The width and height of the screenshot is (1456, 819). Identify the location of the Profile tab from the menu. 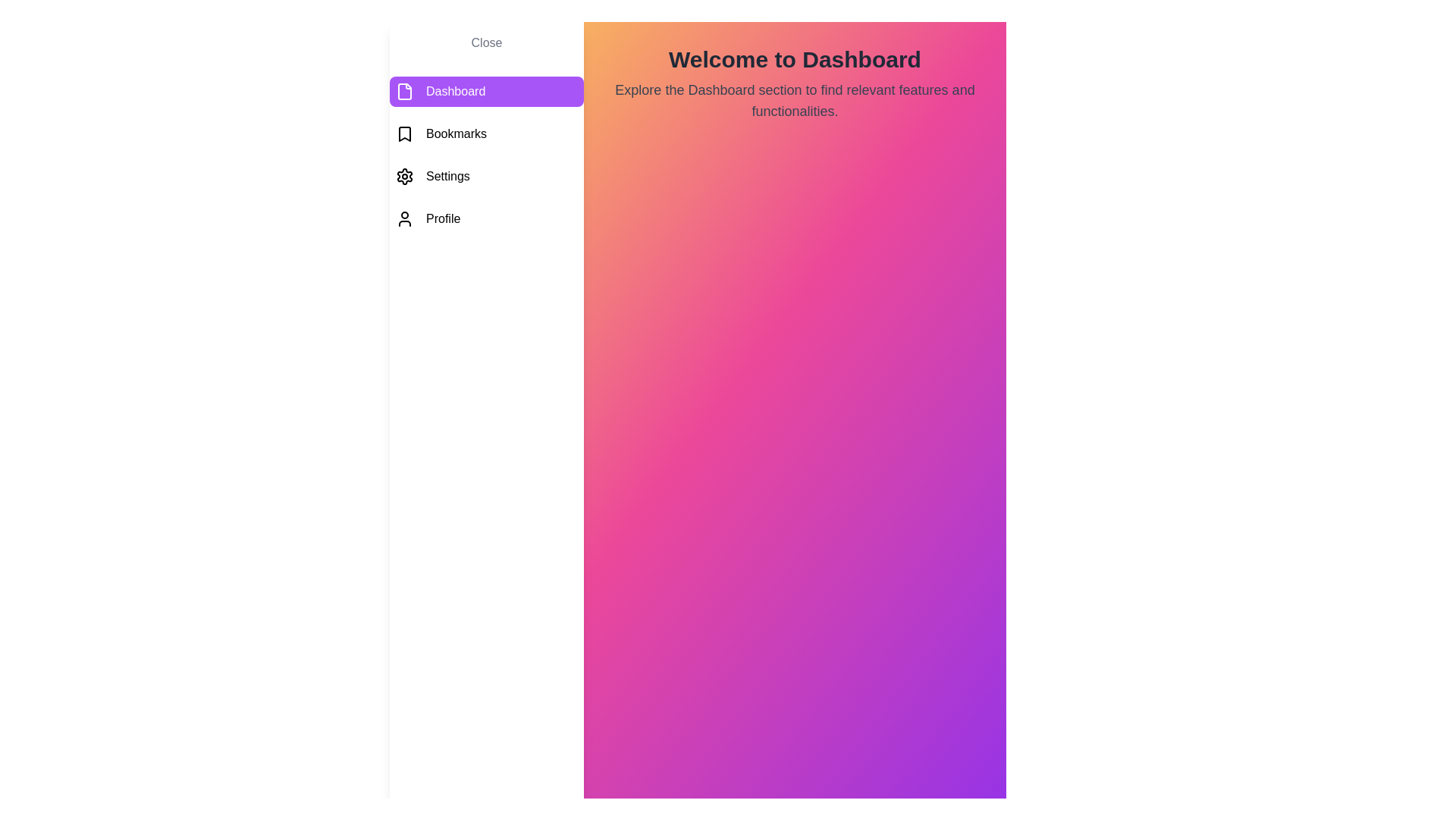
(487, 219).